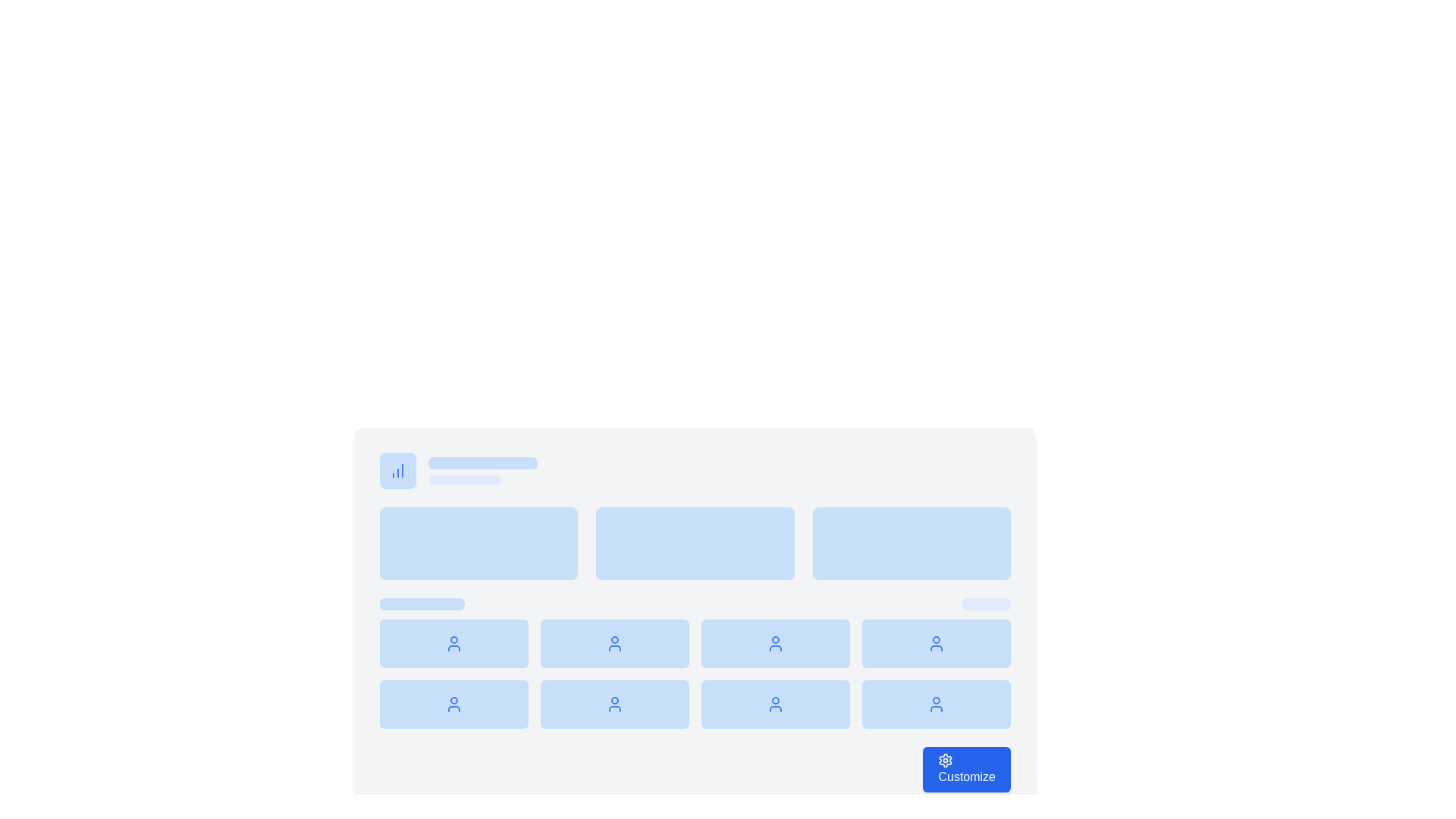 This screenshot has width=1456, height=819. I want to click on the animation of the blue rectangular placeholder tile with a user icon, located in the second row and second column of the grid layout, so click(615, 643).